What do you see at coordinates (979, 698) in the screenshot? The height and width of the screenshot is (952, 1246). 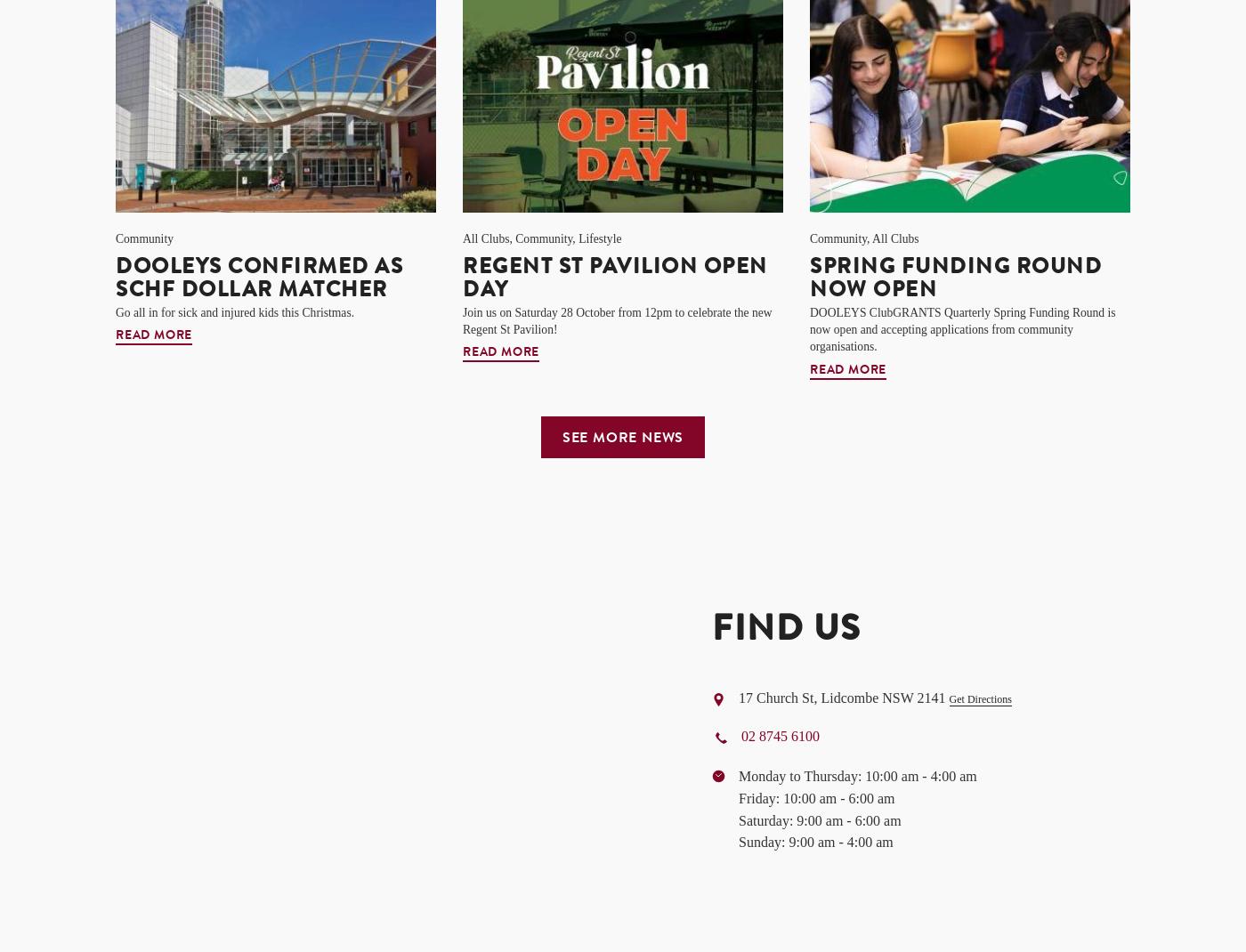 I see `'Get Directions'` at bounding box center [979, 698].